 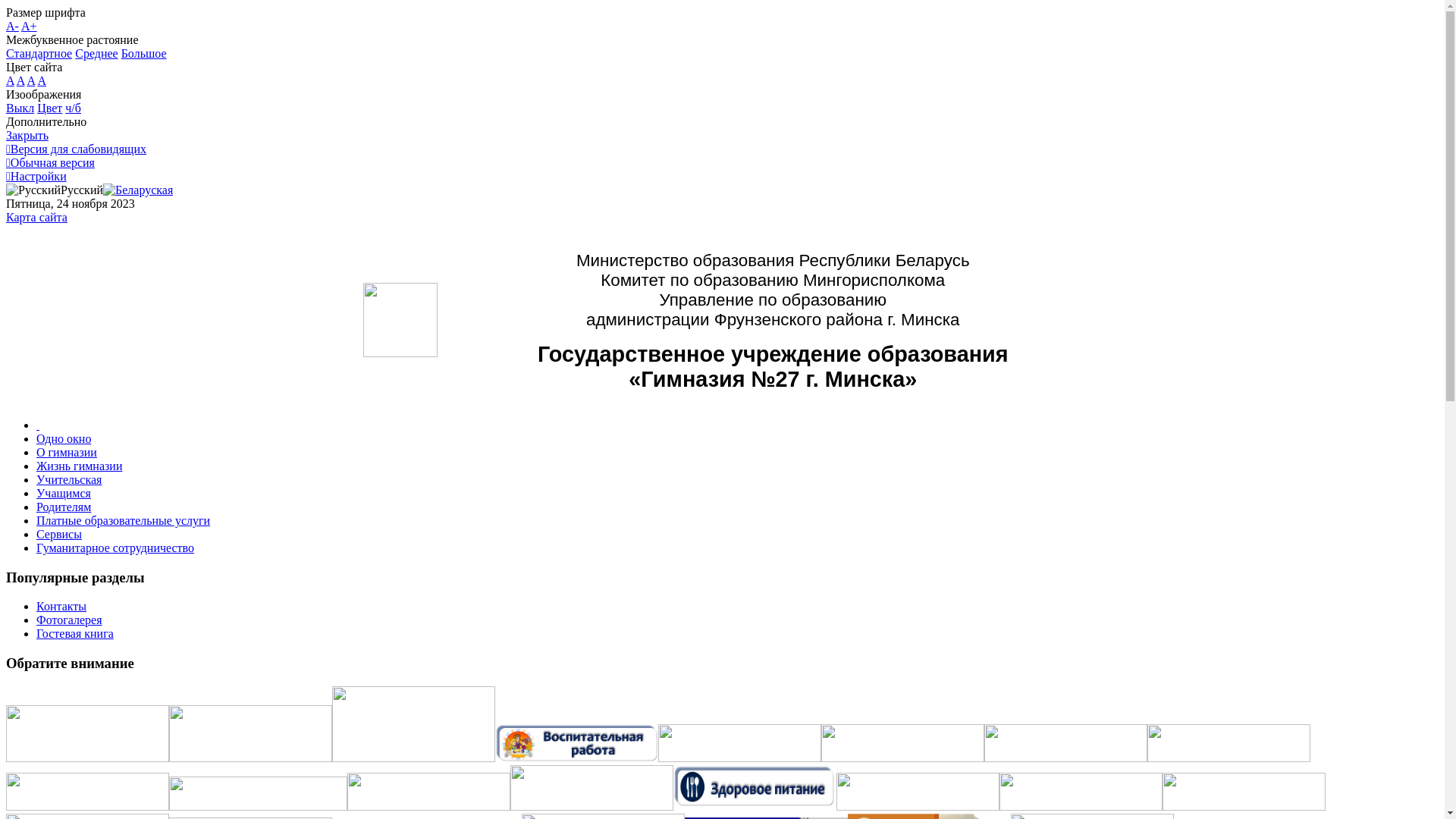 I want to click on 'A', so click(x=31, y=80).